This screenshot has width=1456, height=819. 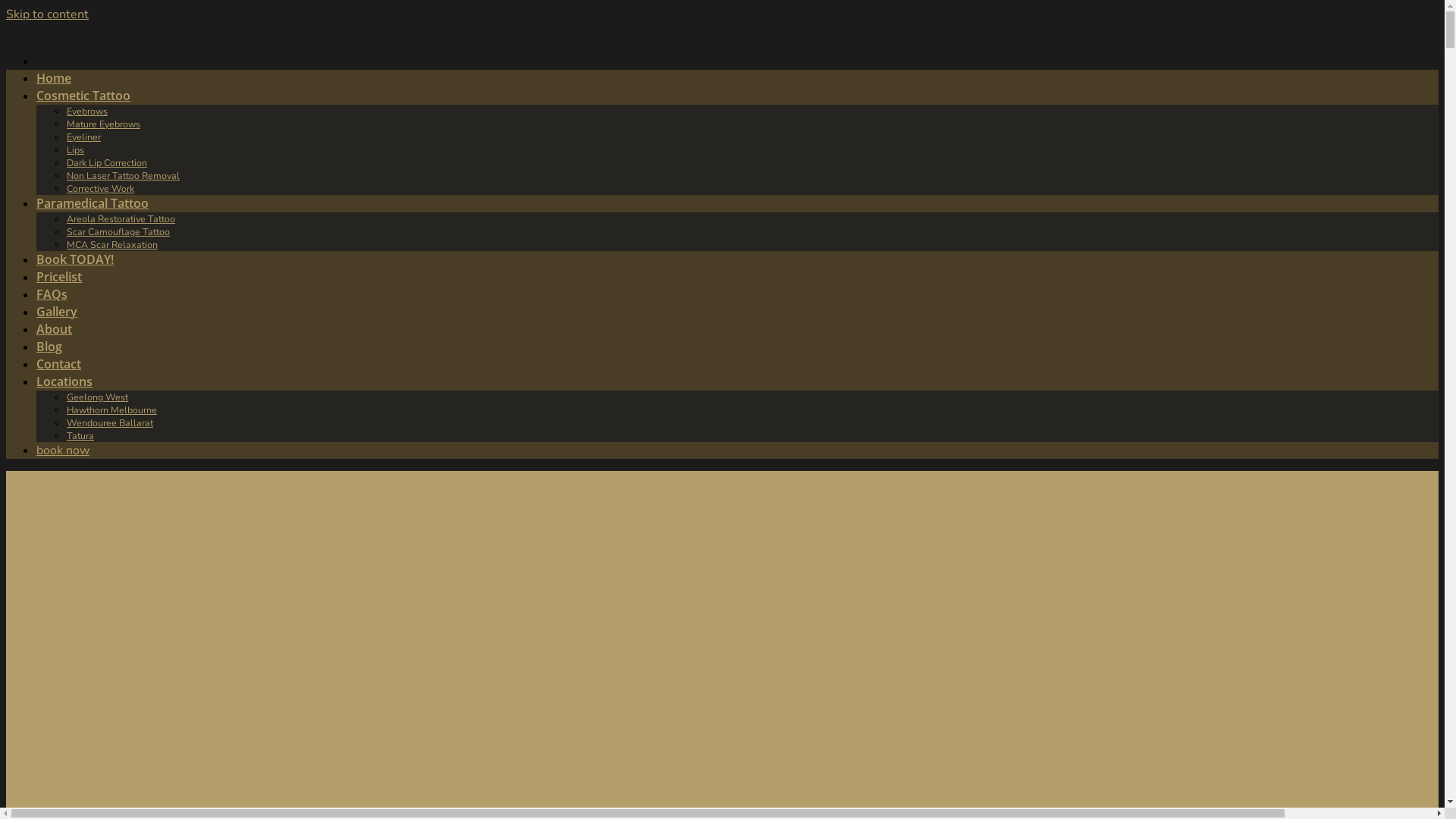 I want to click on 'Non Laser Tattoo Removal', so click(x=123, y=174).